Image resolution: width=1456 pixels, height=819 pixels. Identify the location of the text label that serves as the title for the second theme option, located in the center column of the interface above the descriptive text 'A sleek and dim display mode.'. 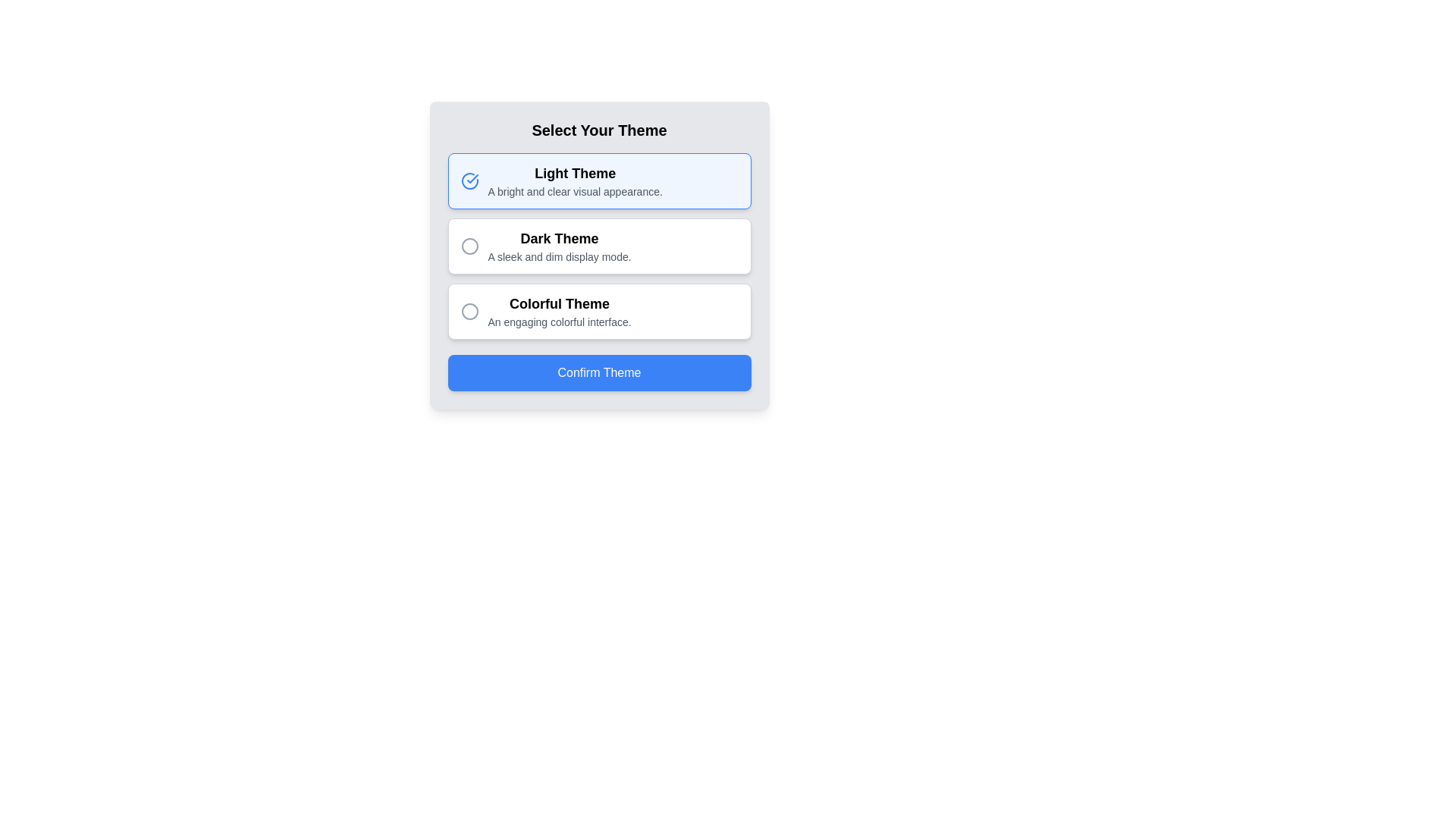
(559, 239).